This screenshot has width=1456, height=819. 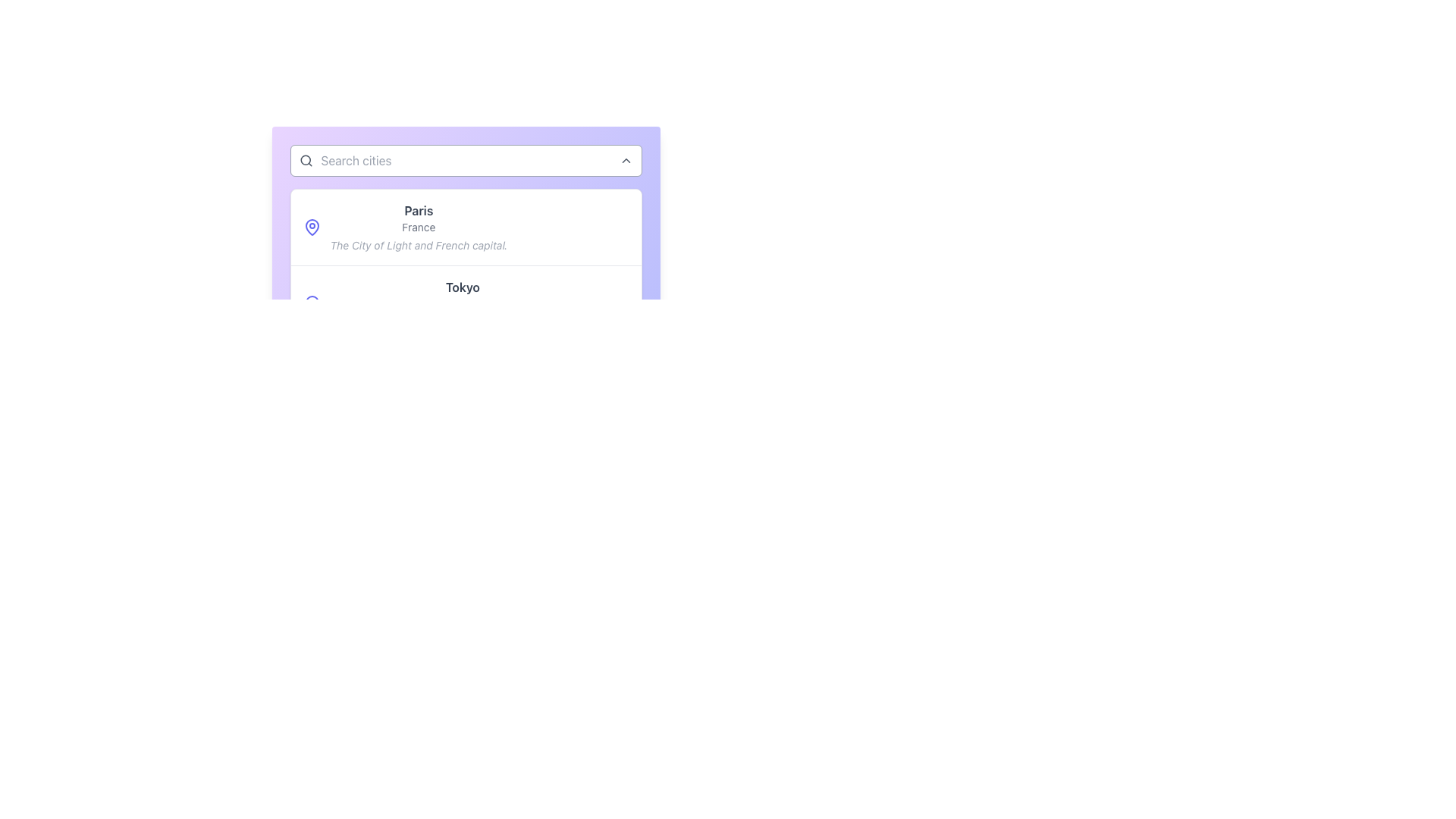 I want to click on the text block element that displays 'Paris', 'France', and 'The City of Light and French capital.', so click(x=419, y=227).